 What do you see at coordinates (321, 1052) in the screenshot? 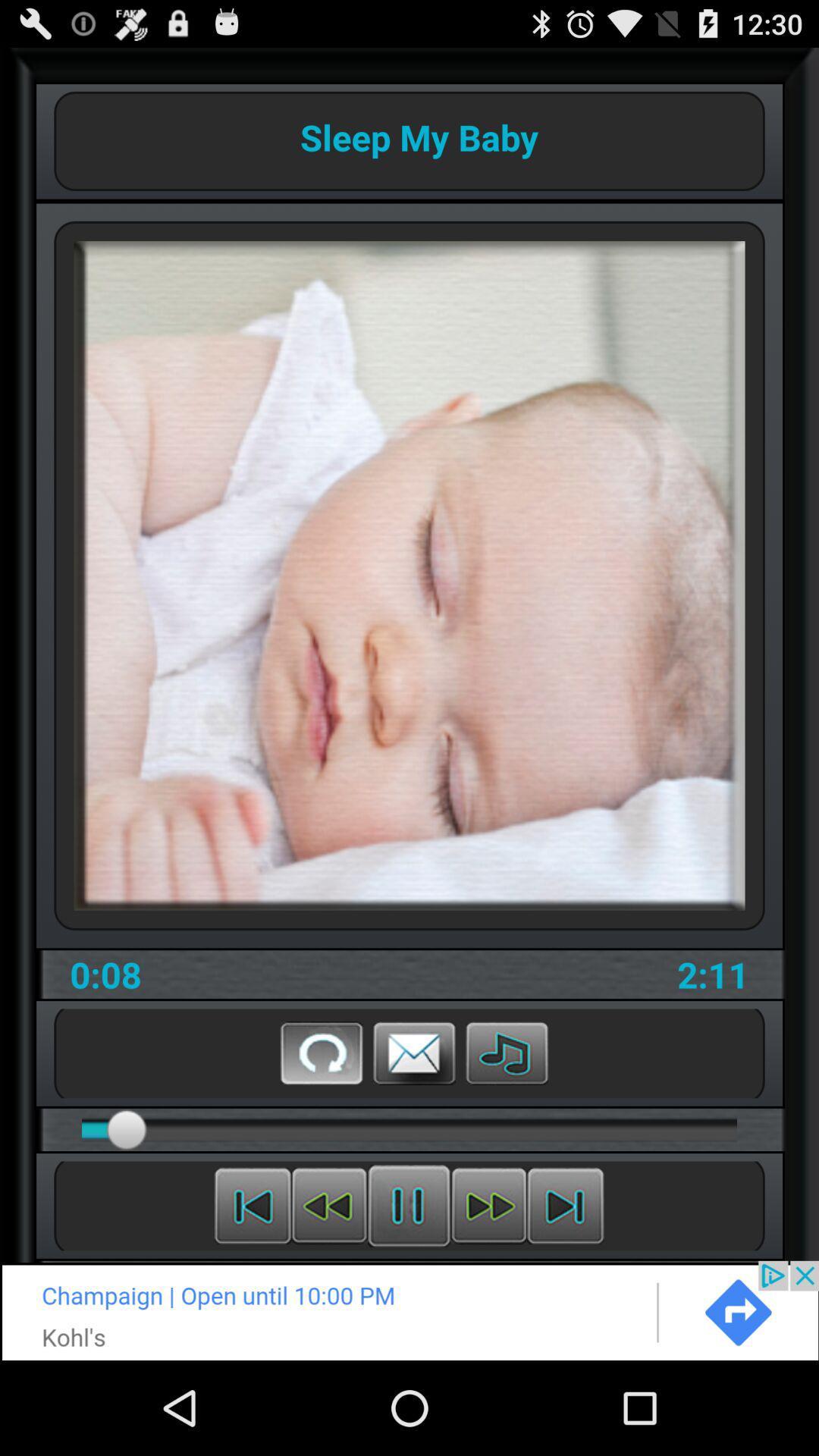
I see `go back` at bounding box center [321, 1052].